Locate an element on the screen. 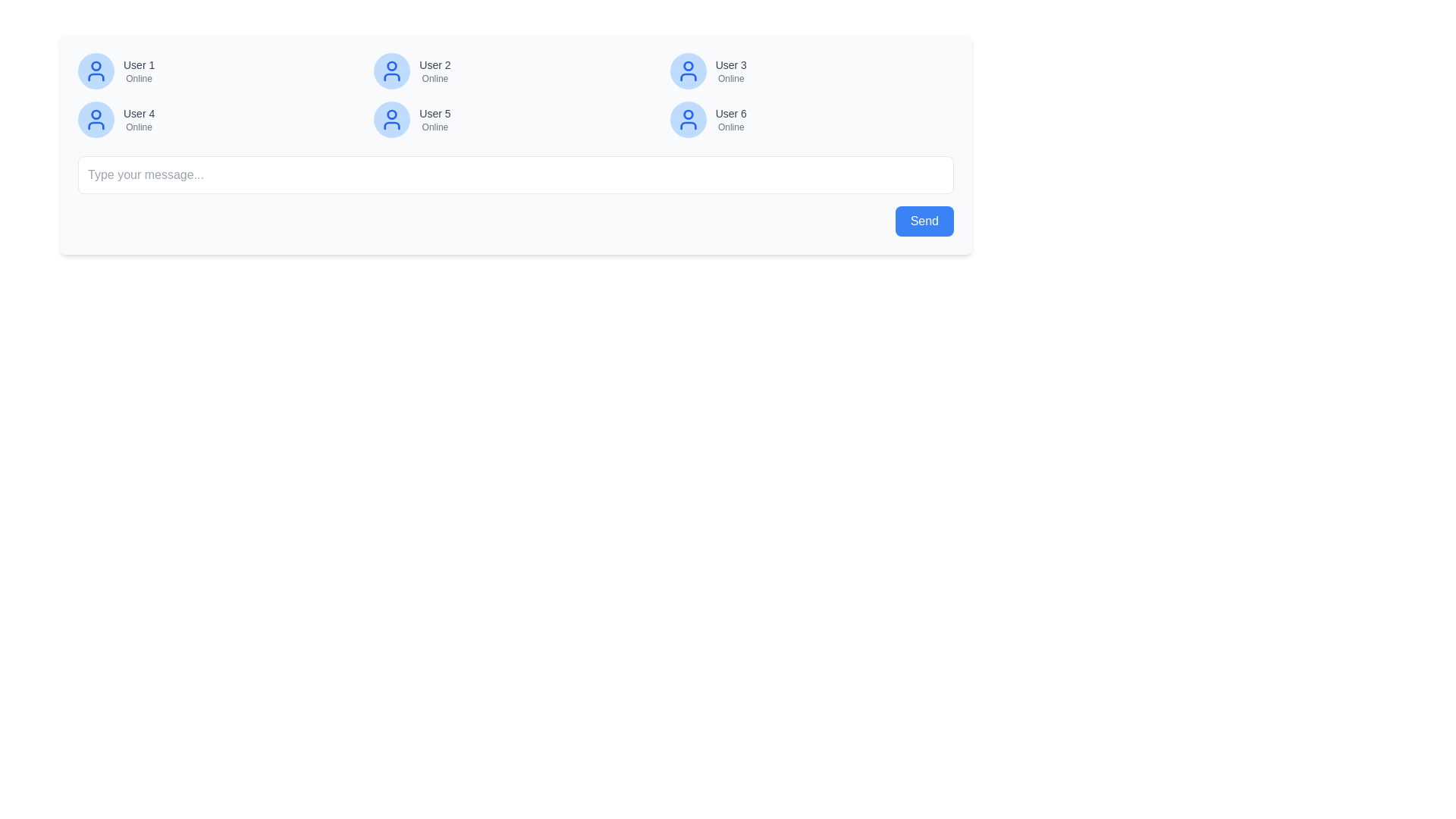  the Text Display element that shows the username and status of a user, located in the first row and first column of the user information grid is located at coordinates (139, 71).